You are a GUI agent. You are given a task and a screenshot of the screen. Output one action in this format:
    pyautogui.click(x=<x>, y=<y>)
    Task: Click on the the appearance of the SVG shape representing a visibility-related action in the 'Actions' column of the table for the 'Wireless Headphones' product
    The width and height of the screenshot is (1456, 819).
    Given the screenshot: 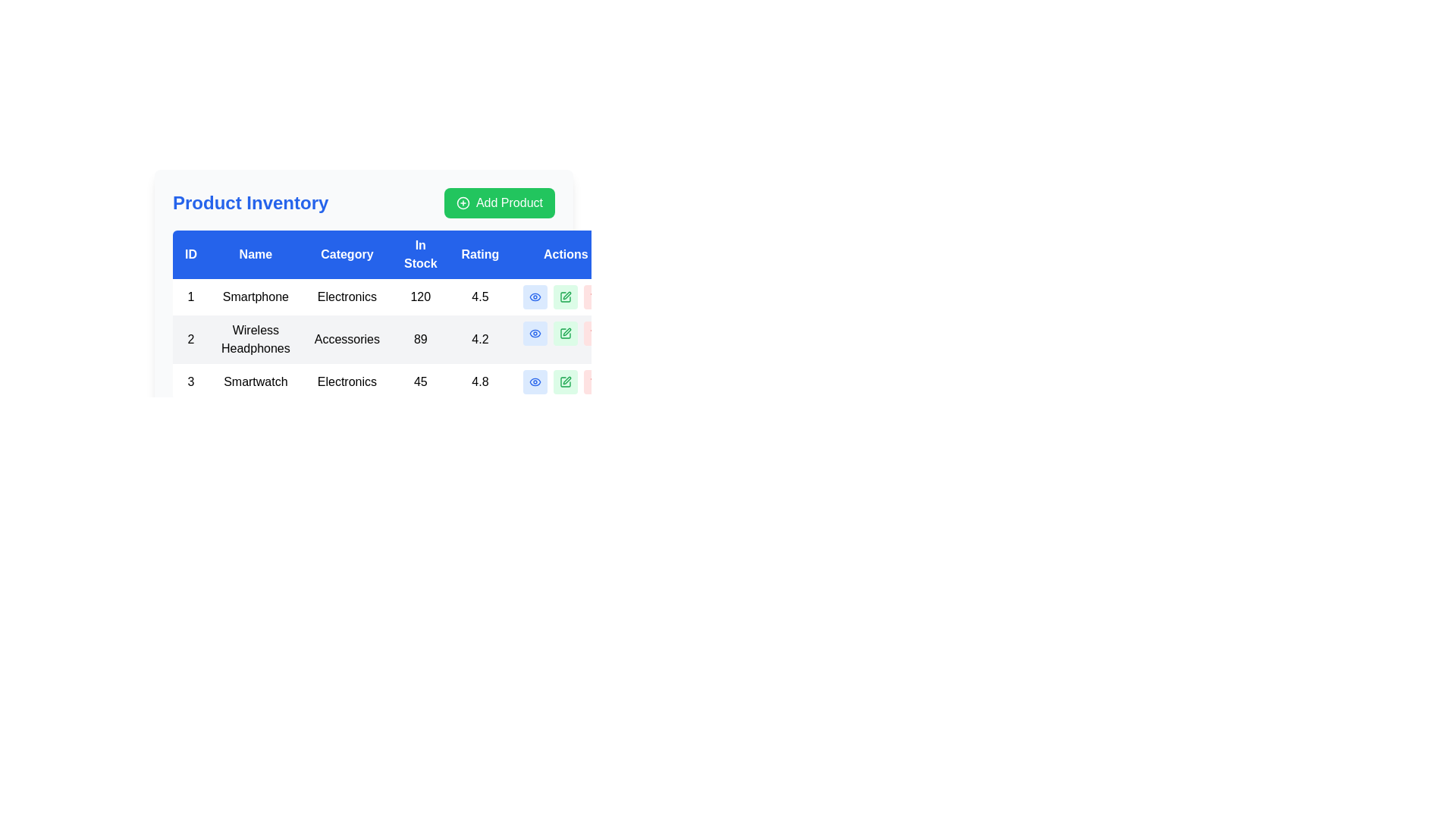 What is the action you would take?
    pyautogui.click(x=535, y=332)
    